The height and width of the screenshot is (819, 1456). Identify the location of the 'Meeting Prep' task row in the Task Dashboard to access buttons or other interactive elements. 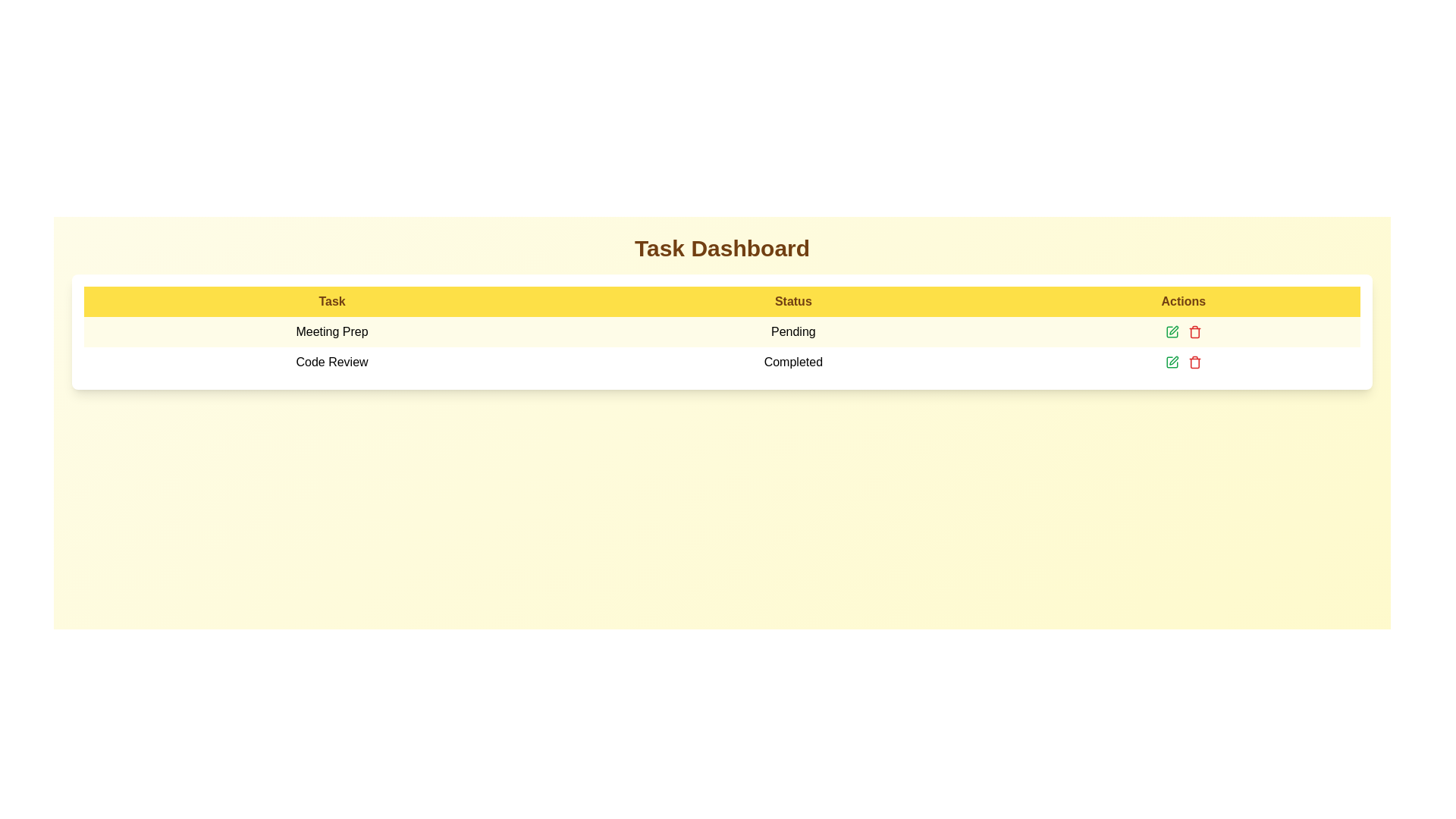
(721, 331).